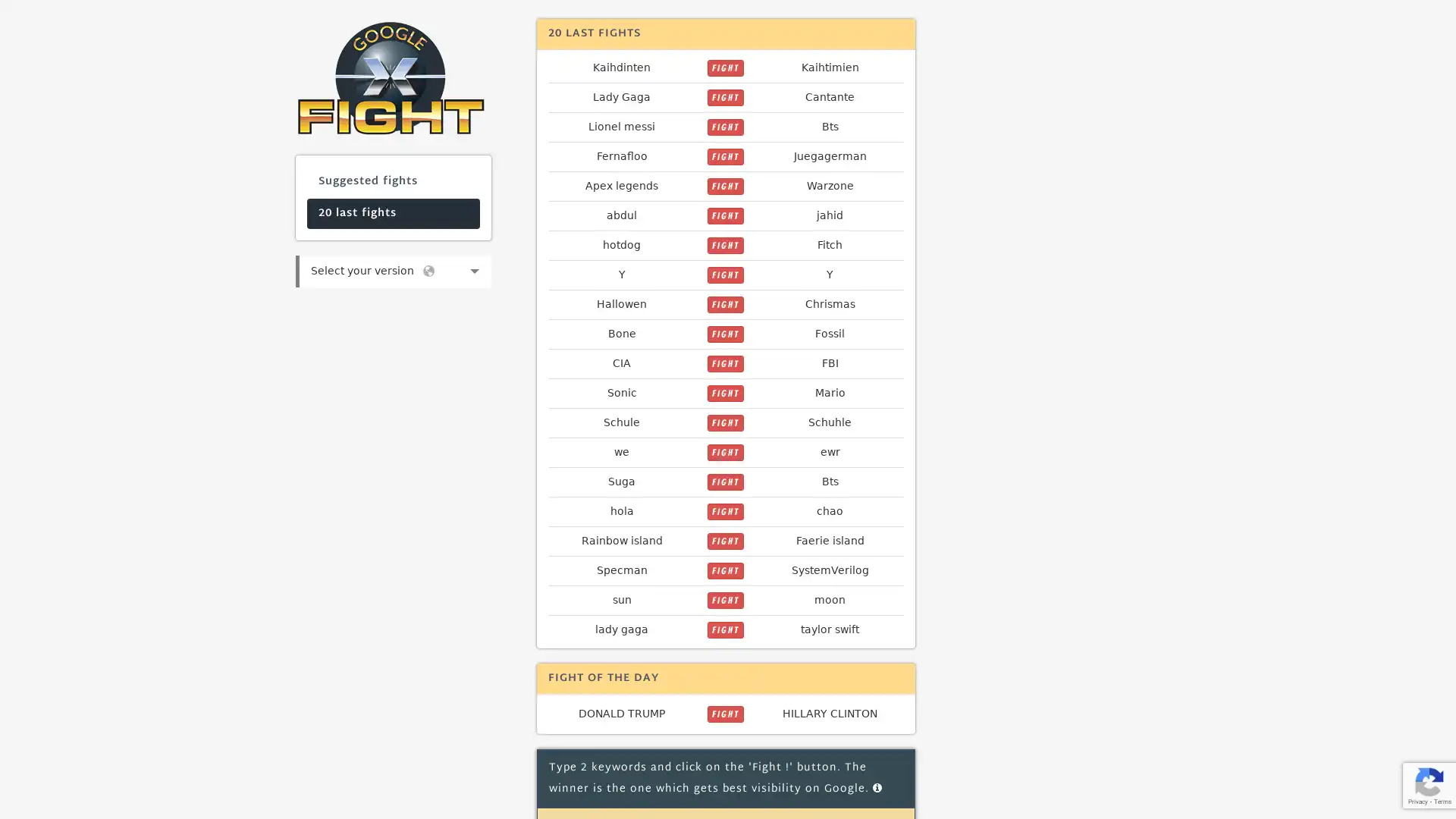  I want to click on FIGHT, so click(724, 186).